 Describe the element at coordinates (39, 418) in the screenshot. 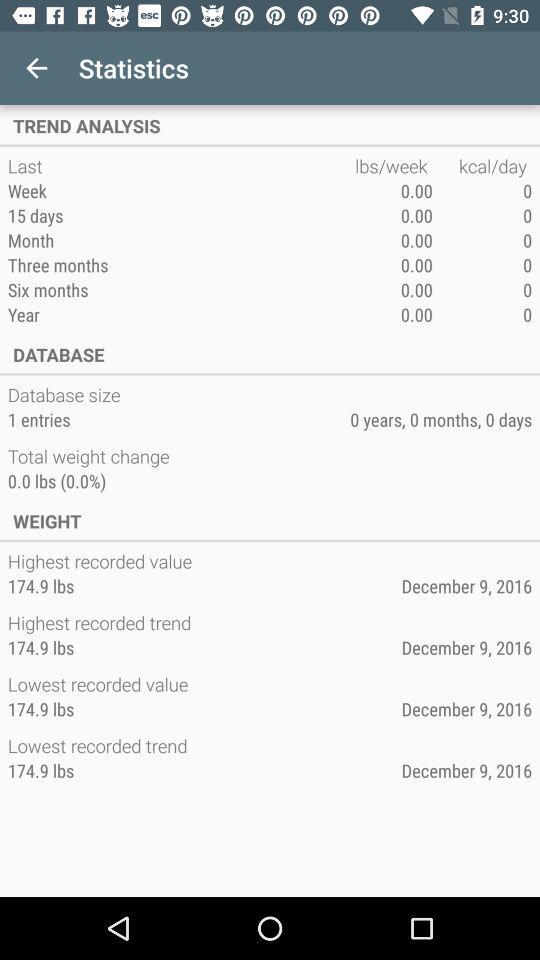

I see `the item above the total weight change` at that location.